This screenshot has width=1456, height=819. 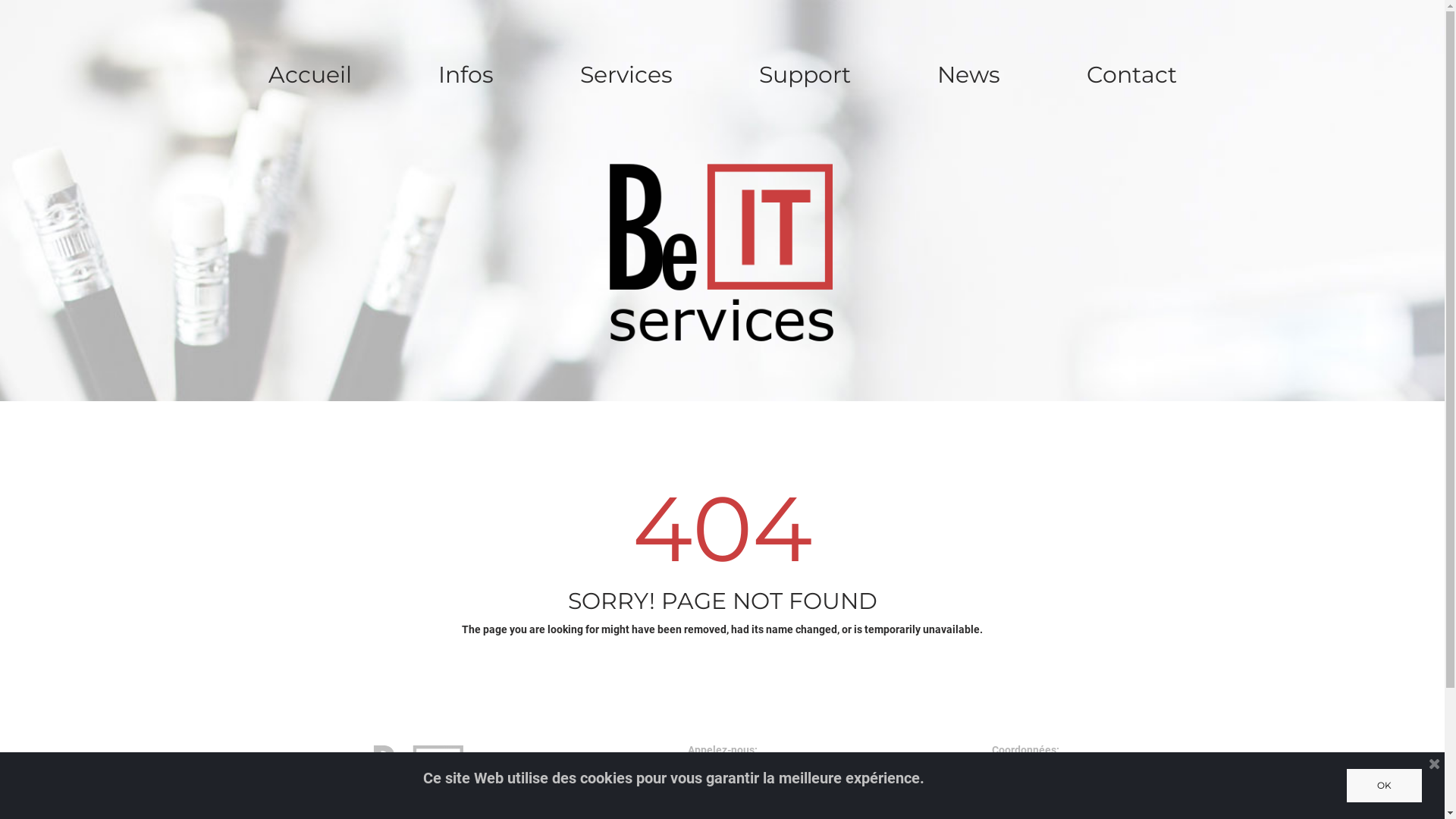 What do you see at coordinates (237, 75) in the screenshot?
I see `'Accueil'` at bounding box center [237, 75].